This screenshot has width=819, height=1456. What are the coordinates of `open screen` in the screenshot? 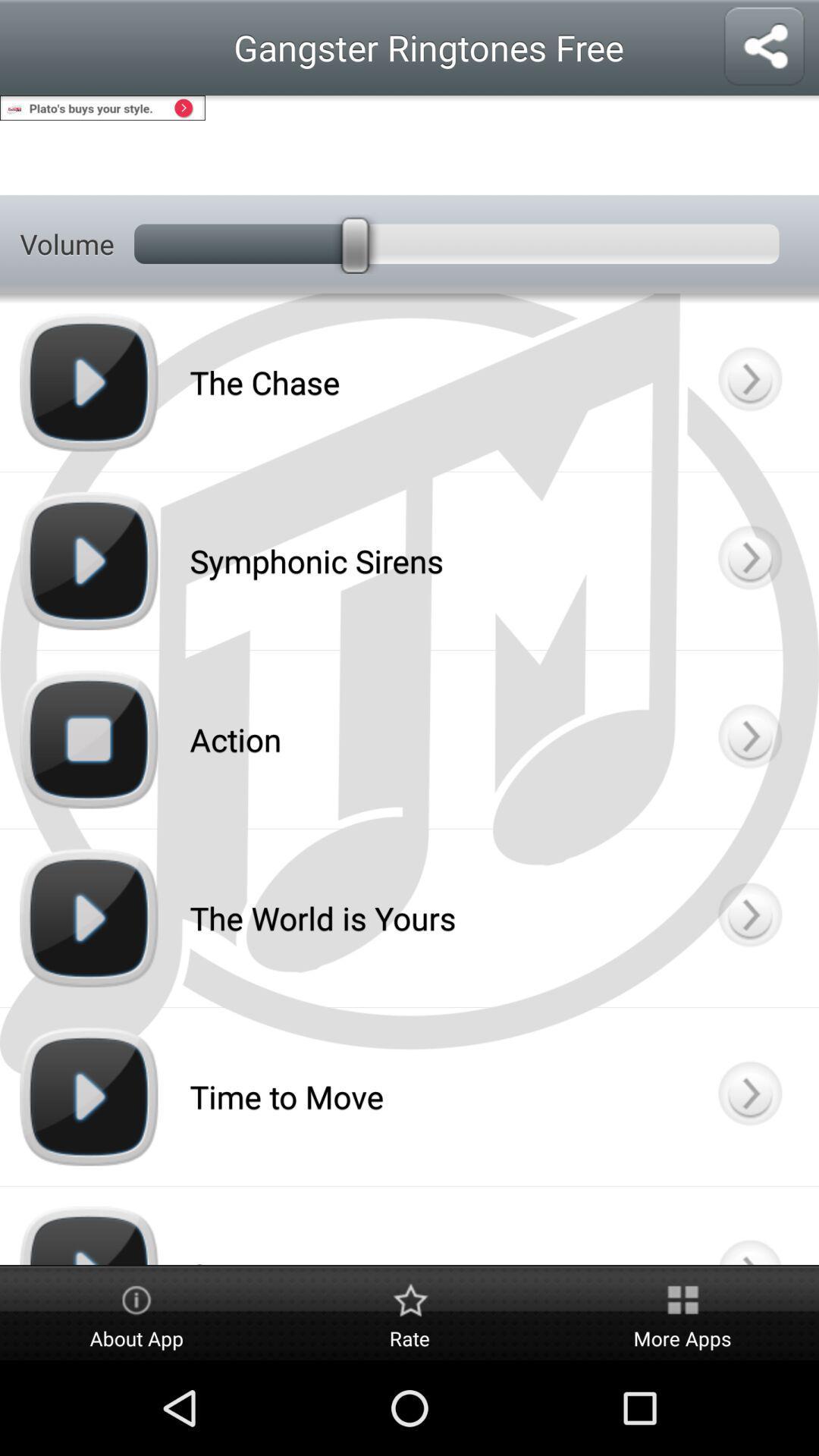 It's located at (748, 739).